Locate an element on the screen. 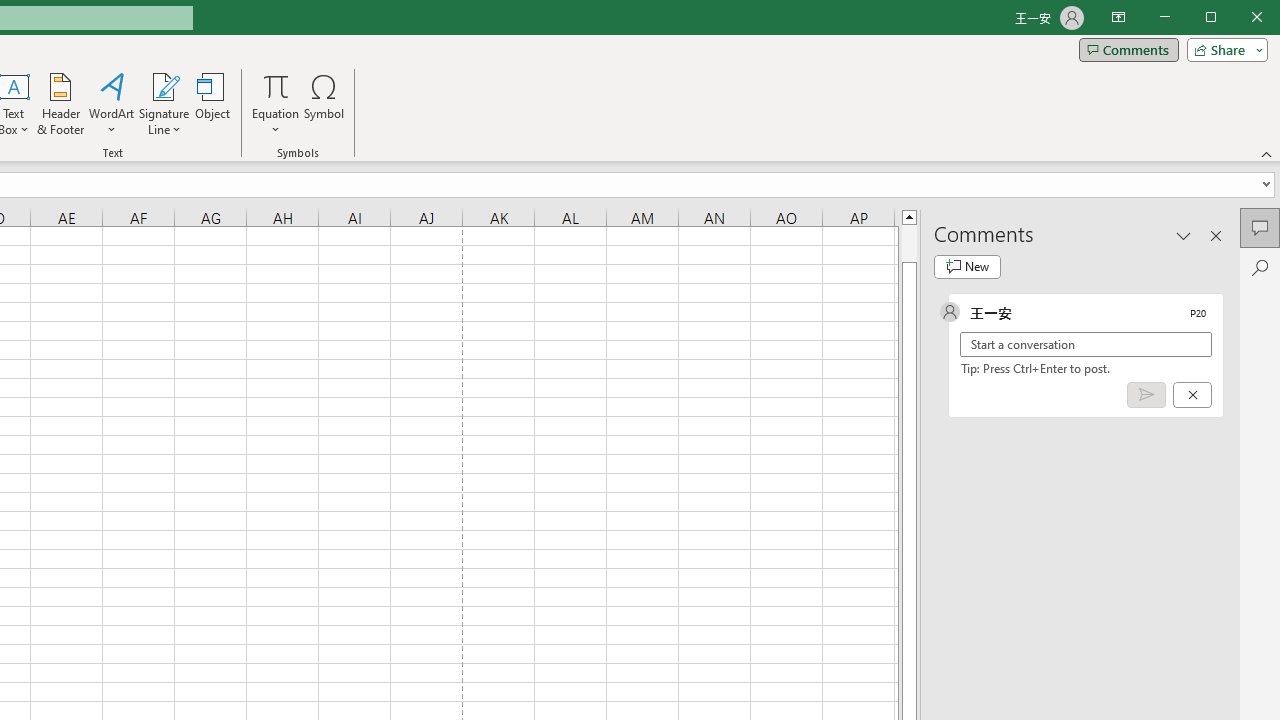 The height and width of the screenshot is (720, 1280). 'Object...' is located at coordinates (213, 104).